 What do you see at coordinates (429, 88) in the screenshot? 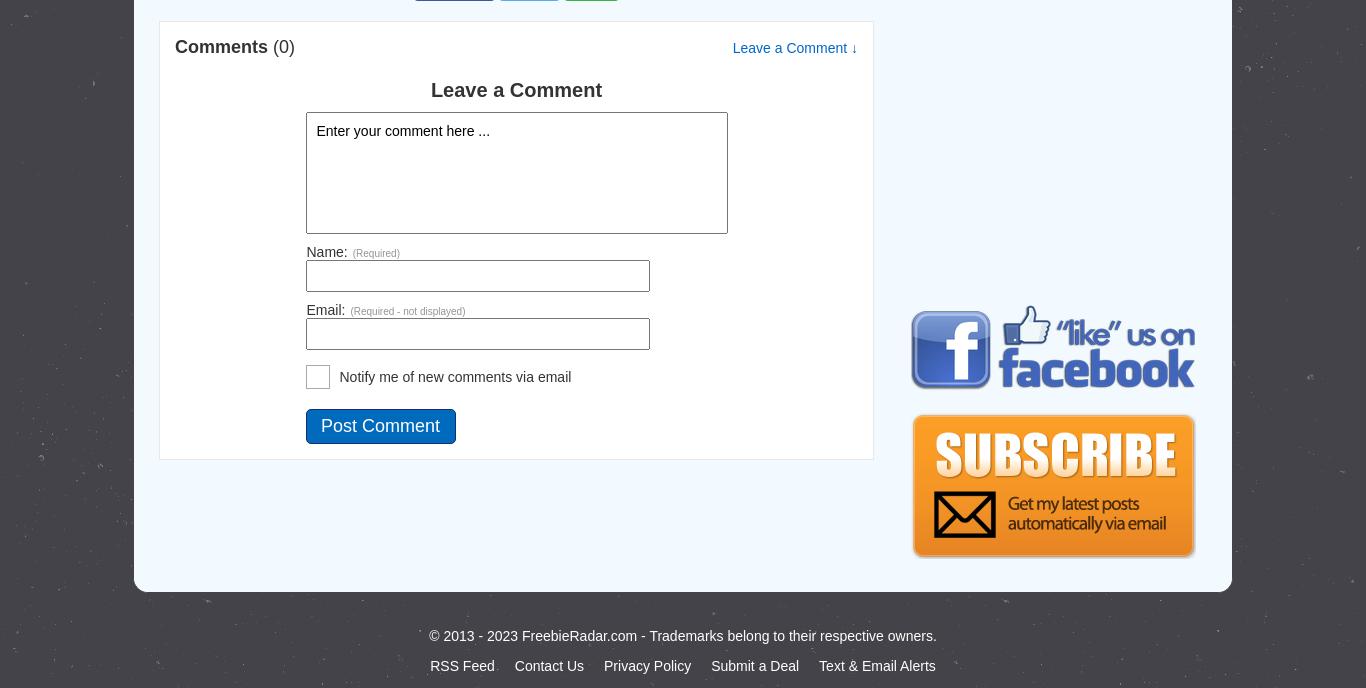
I see `'Leave a Comment'` at bounding box center [429, 88].